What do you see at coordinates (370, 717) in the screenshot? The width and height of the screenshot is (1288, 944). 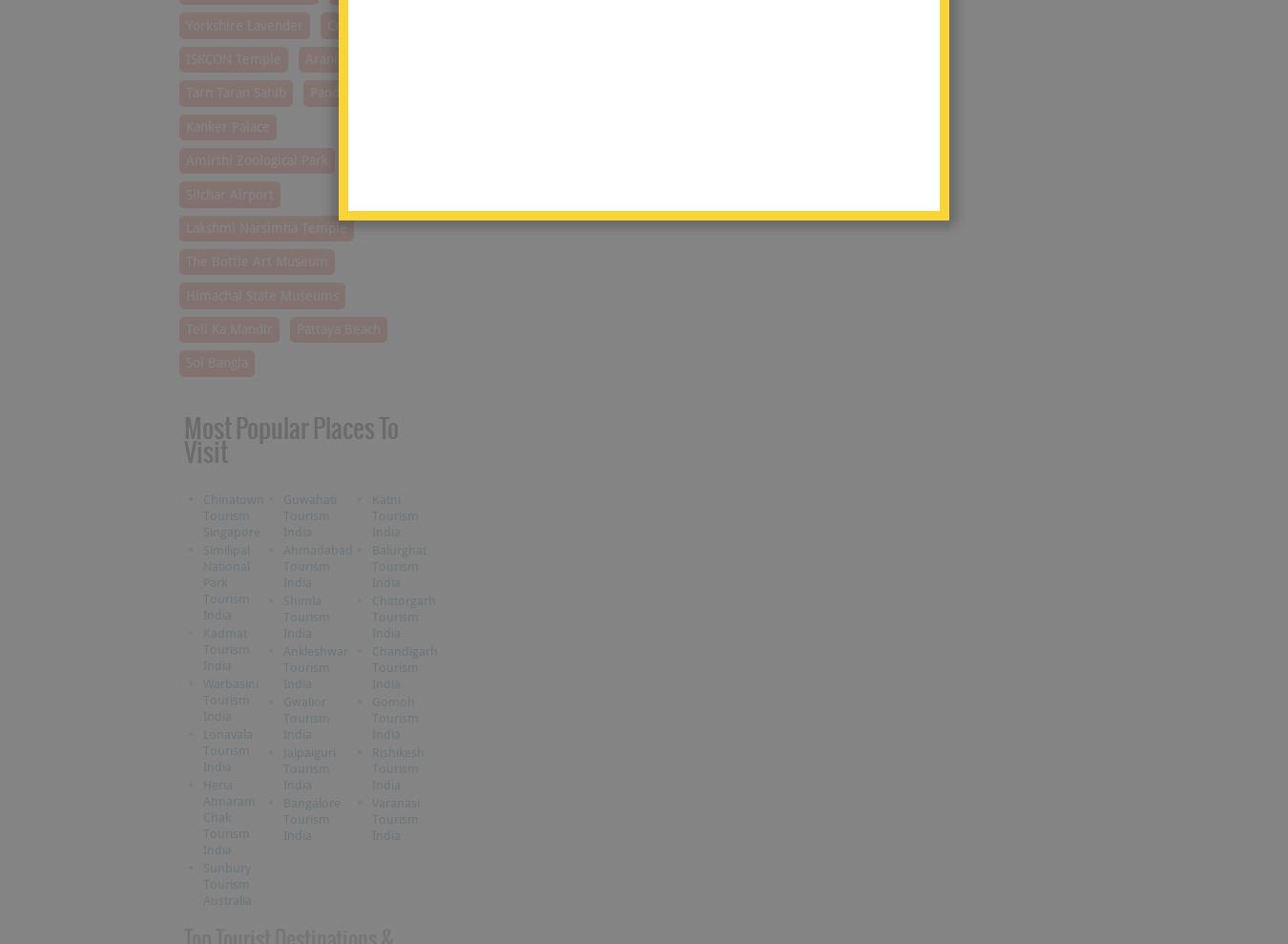 I see `'Gomoh Tourism  India'` at bounding box center [370, 717].